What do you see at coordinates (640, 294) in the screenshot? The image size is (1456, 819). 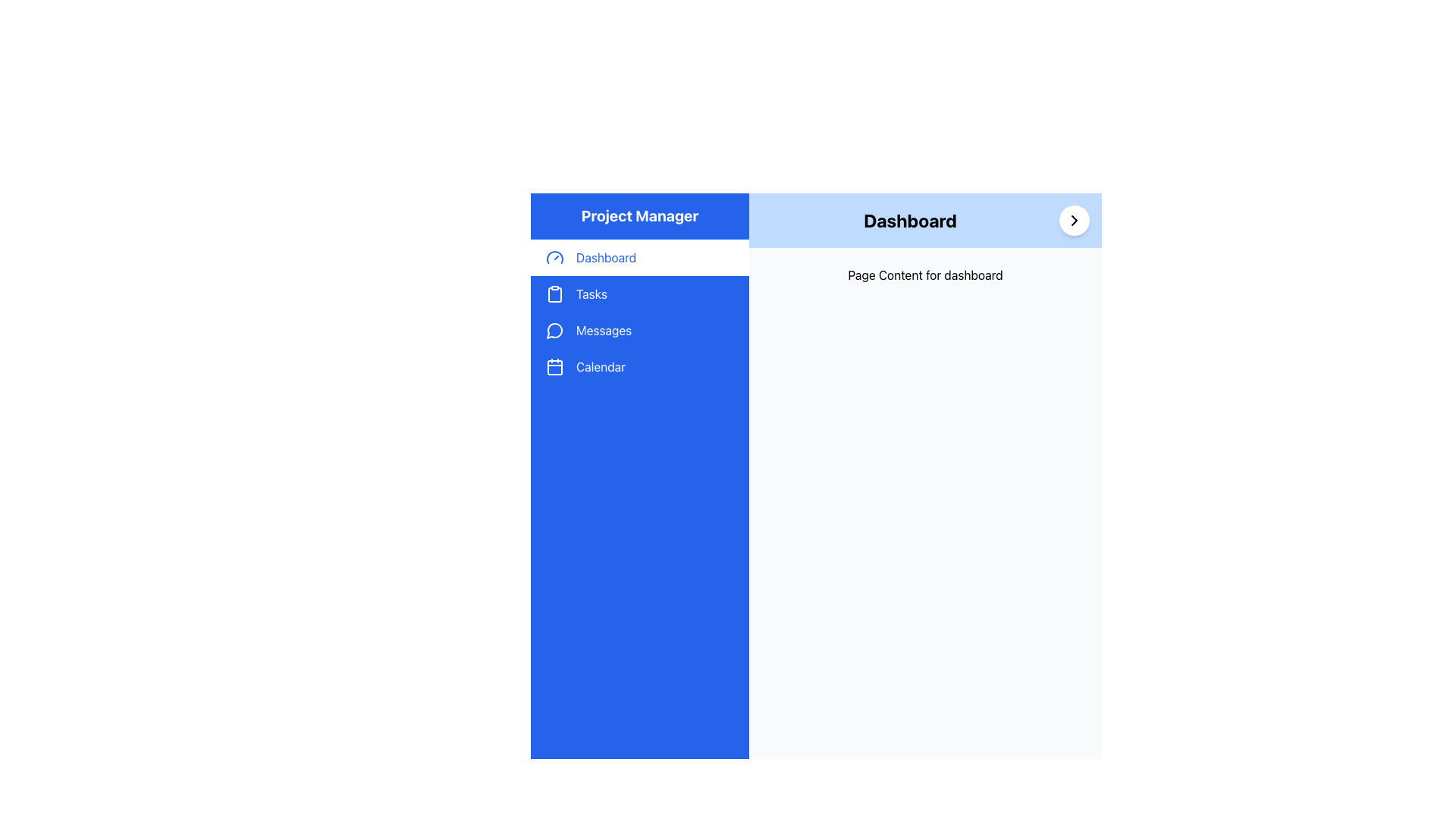 I see `the 'Tasks' button located in the left sidebar, which is the second item in the vertical list of navigation items` at bounding box center [640, 294].